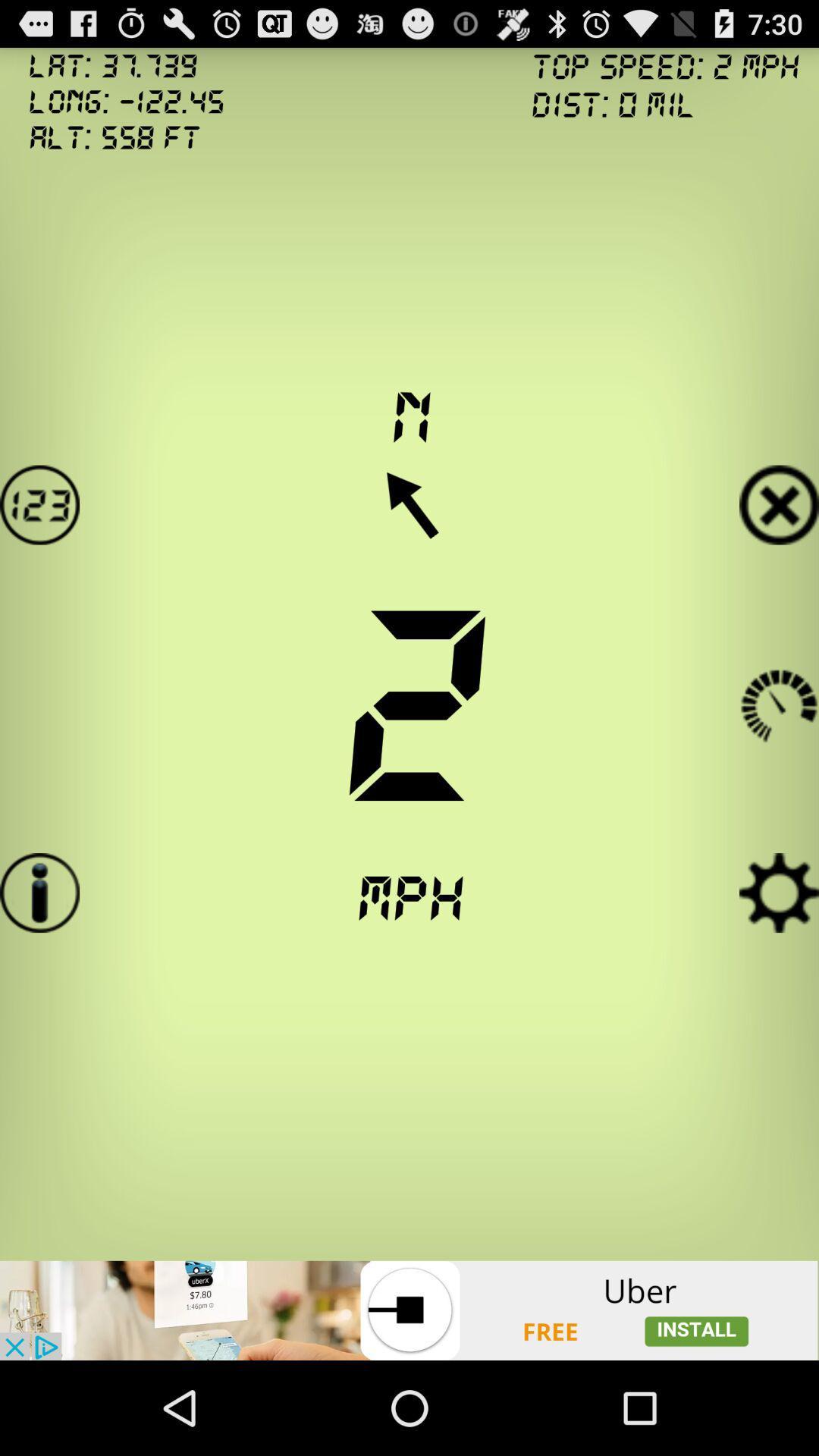 This screenshot has width=819, height=1456. I want to click on the info icon, so click(39, 955).